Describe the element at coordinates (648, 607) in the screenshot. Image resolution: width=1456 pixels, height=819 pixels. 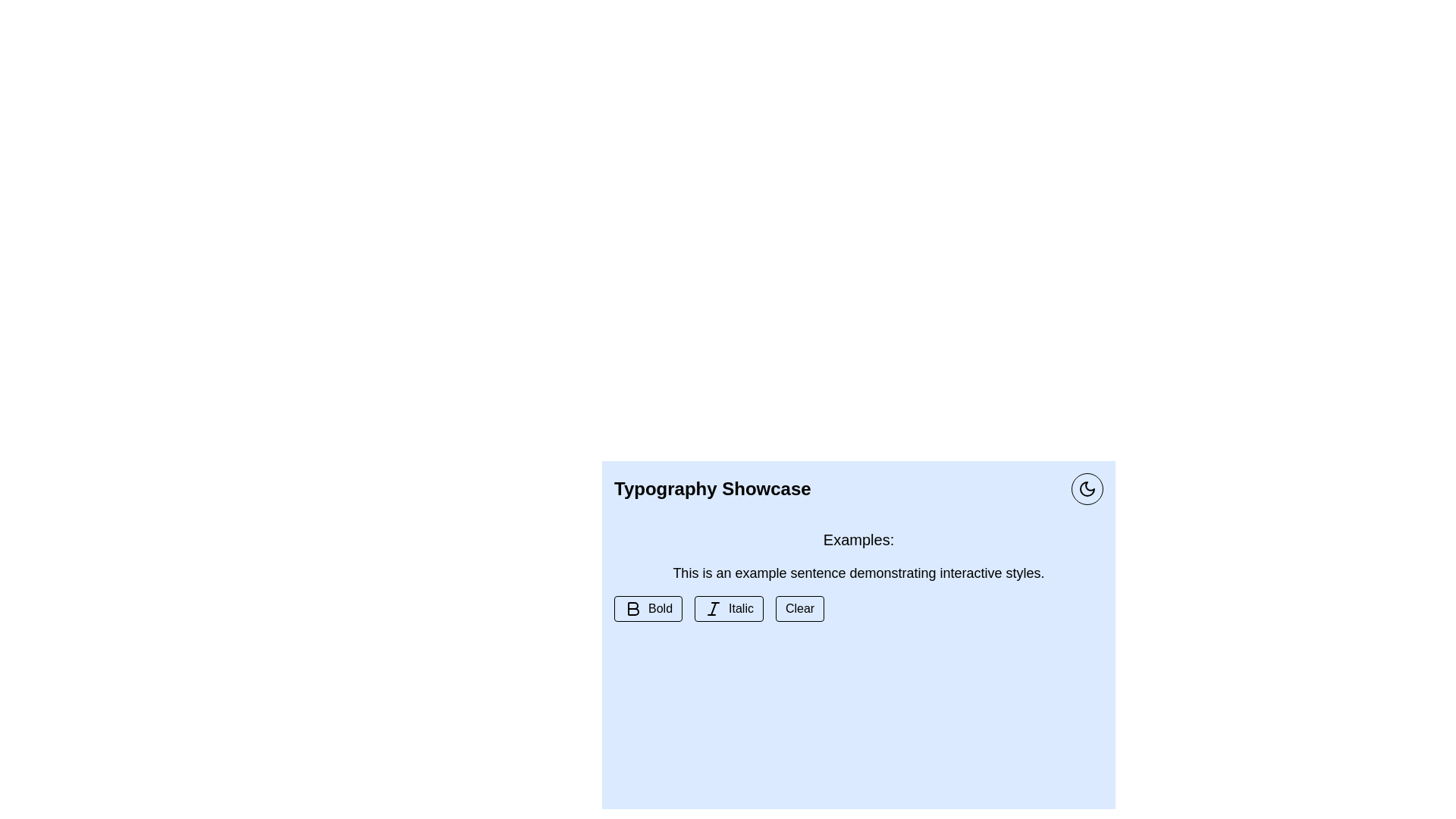
I see `the 'Bold' button in the 'Typography Showcase' section to activate its hover styling` at that location.